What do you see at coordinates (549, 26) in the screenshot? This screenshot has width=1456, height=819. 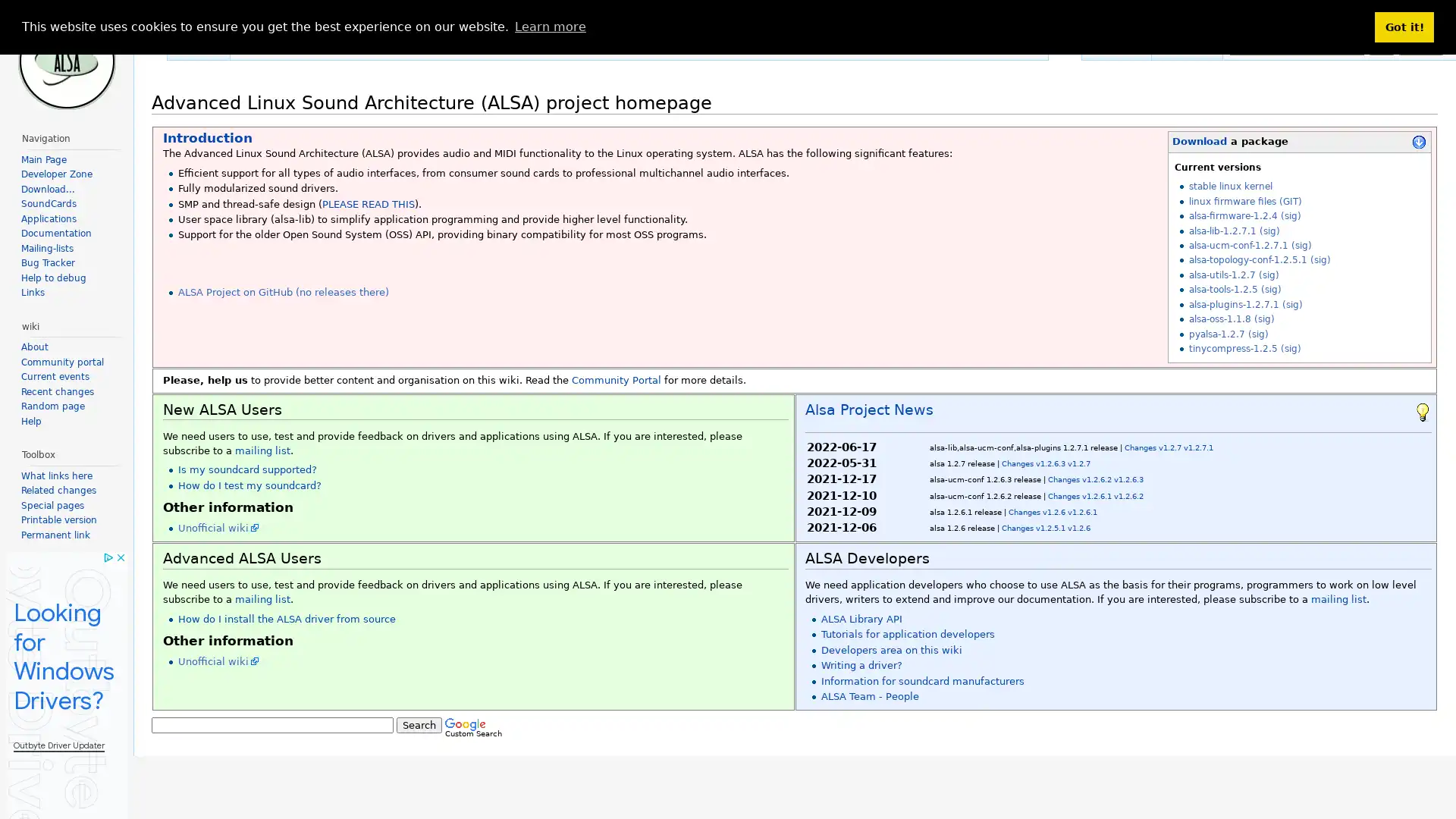 I see `learn more about cookies` at bounding box center [549, 26].